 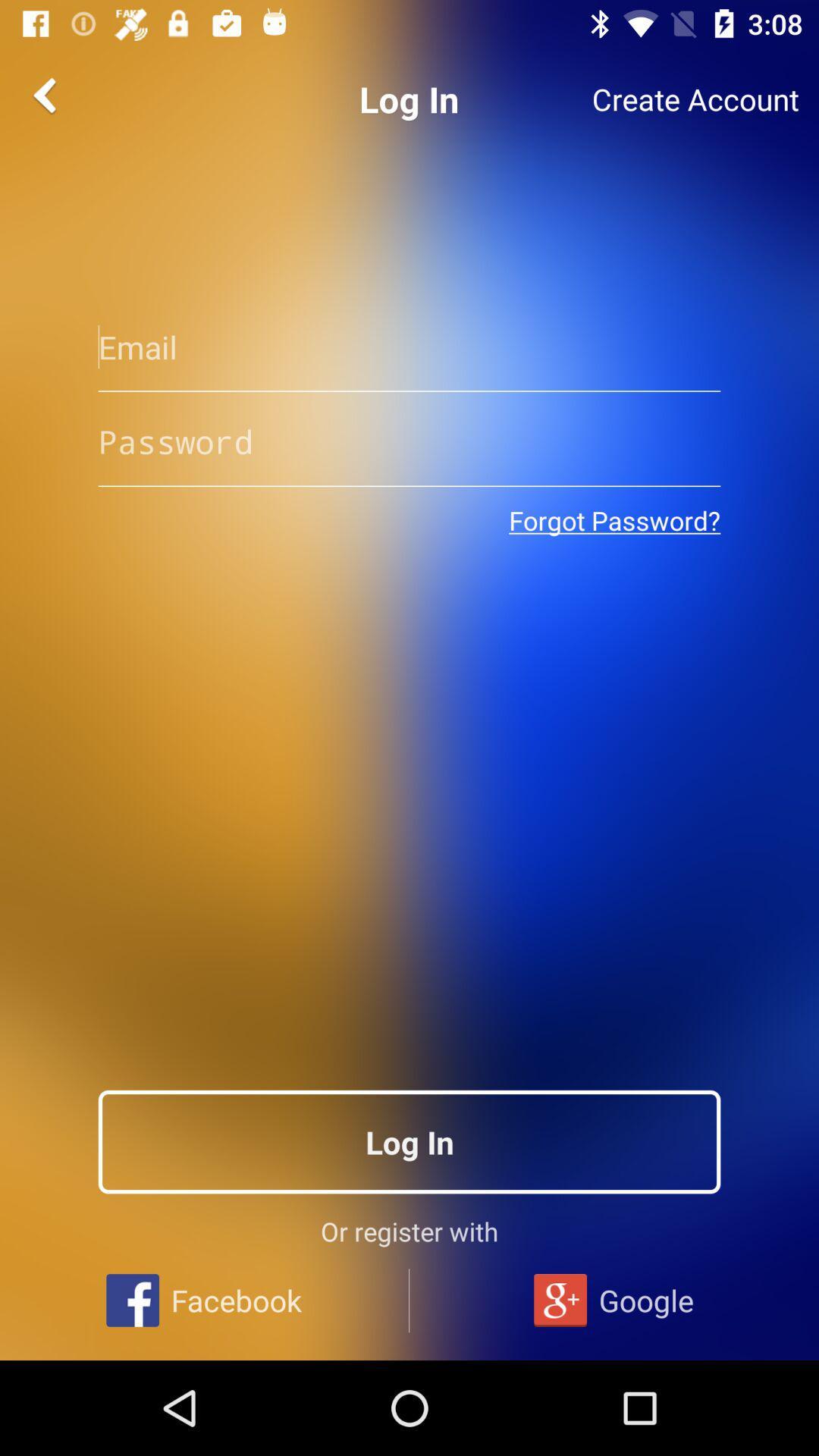 I want to click on the arrow_backward icon, so click(x=46, y=94).